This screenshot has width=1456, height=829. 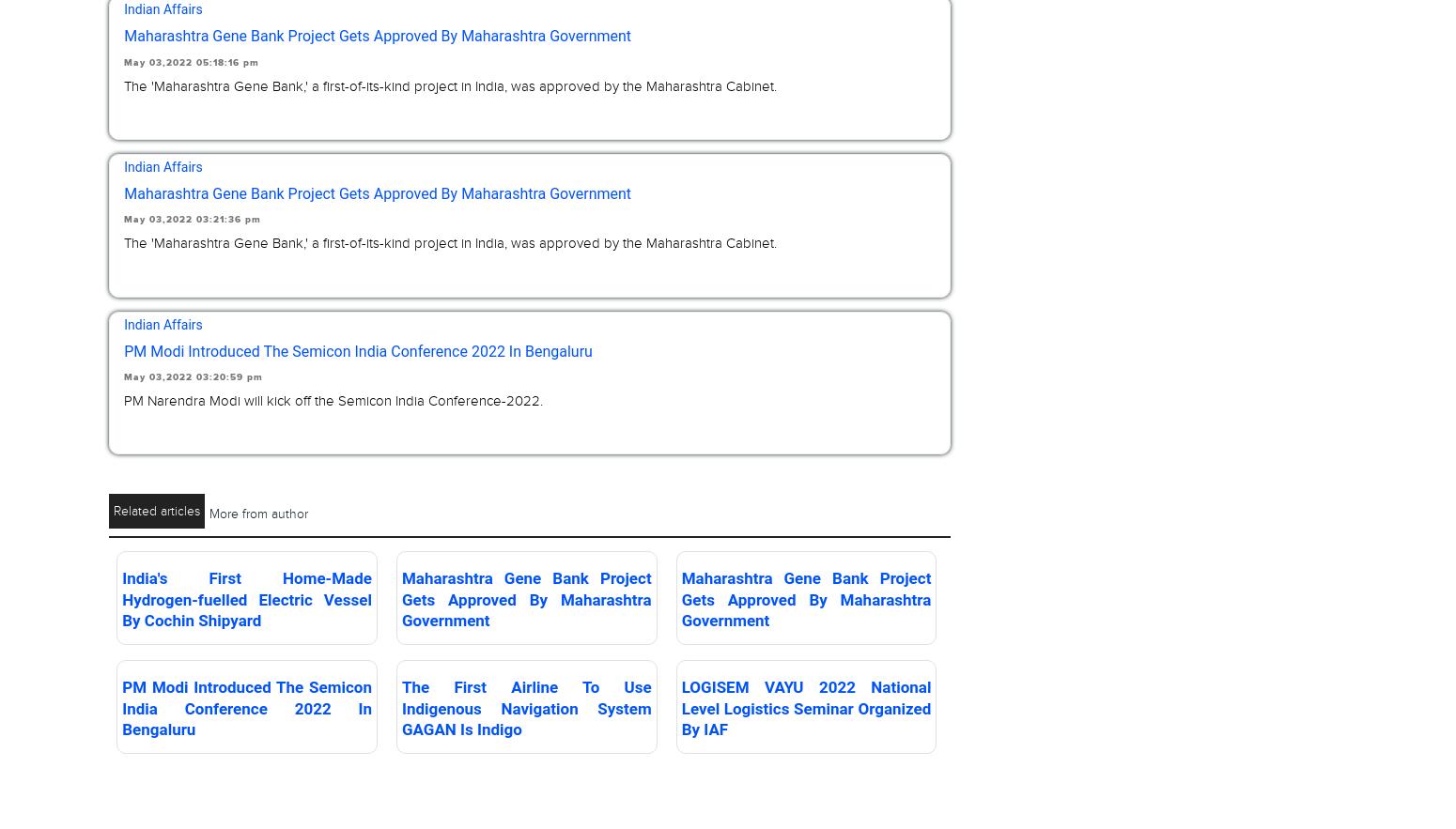 I want to click on 'LOGISEM VAYU 2022 National Level Logistics Seminar Organized By IAF', so click(x=680, y=707).